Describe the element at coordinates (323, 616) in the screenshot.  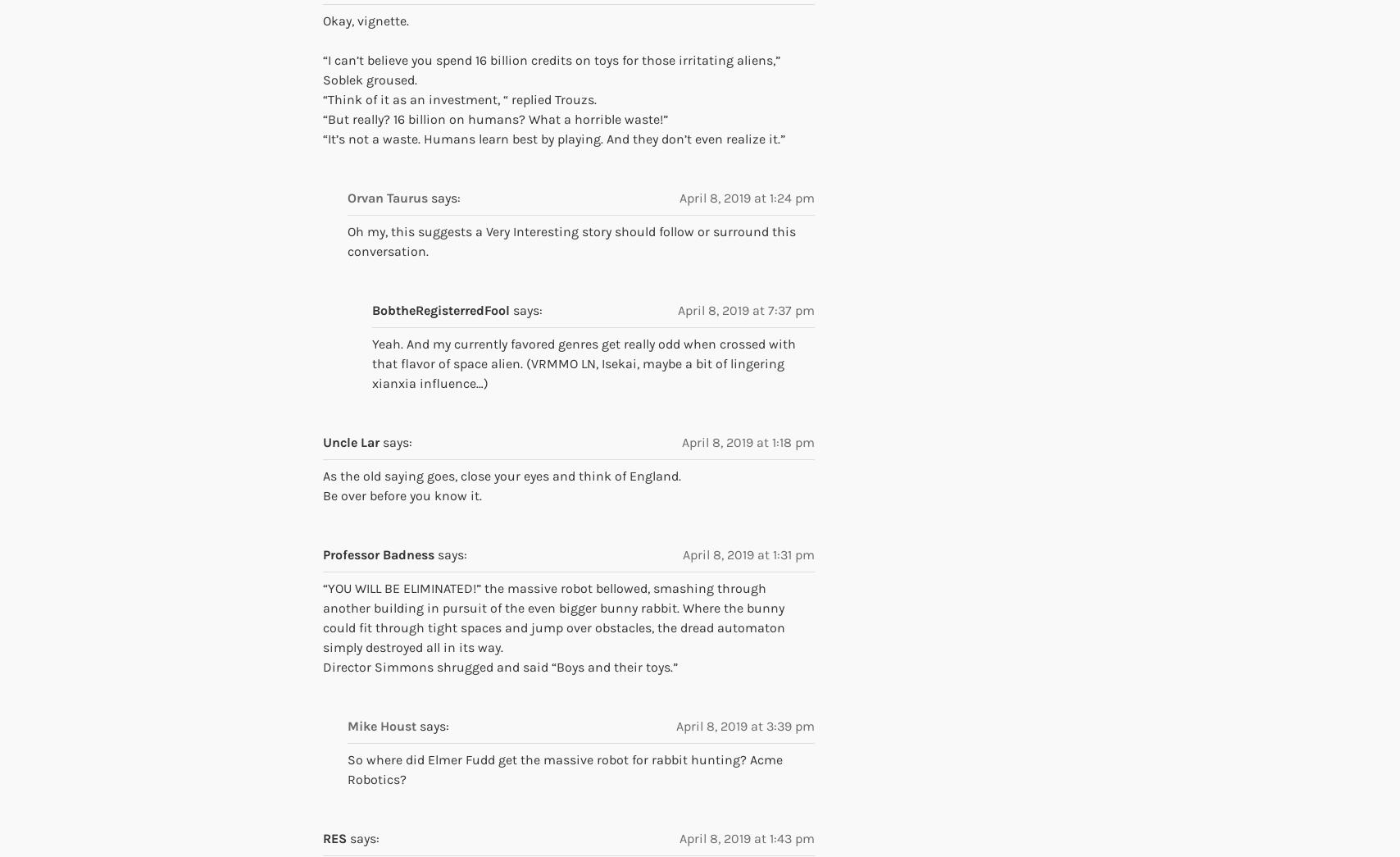
I see `'“YOU WILL BE ELIMINATED!” the massive robot bellowed, smashing through another building in pursuit of the even bigger bunny rabbit.  Where the bunny could fit through tight spaces and jump over obstacles, the dread automaton simply destroyed all in its way.'` at that location.